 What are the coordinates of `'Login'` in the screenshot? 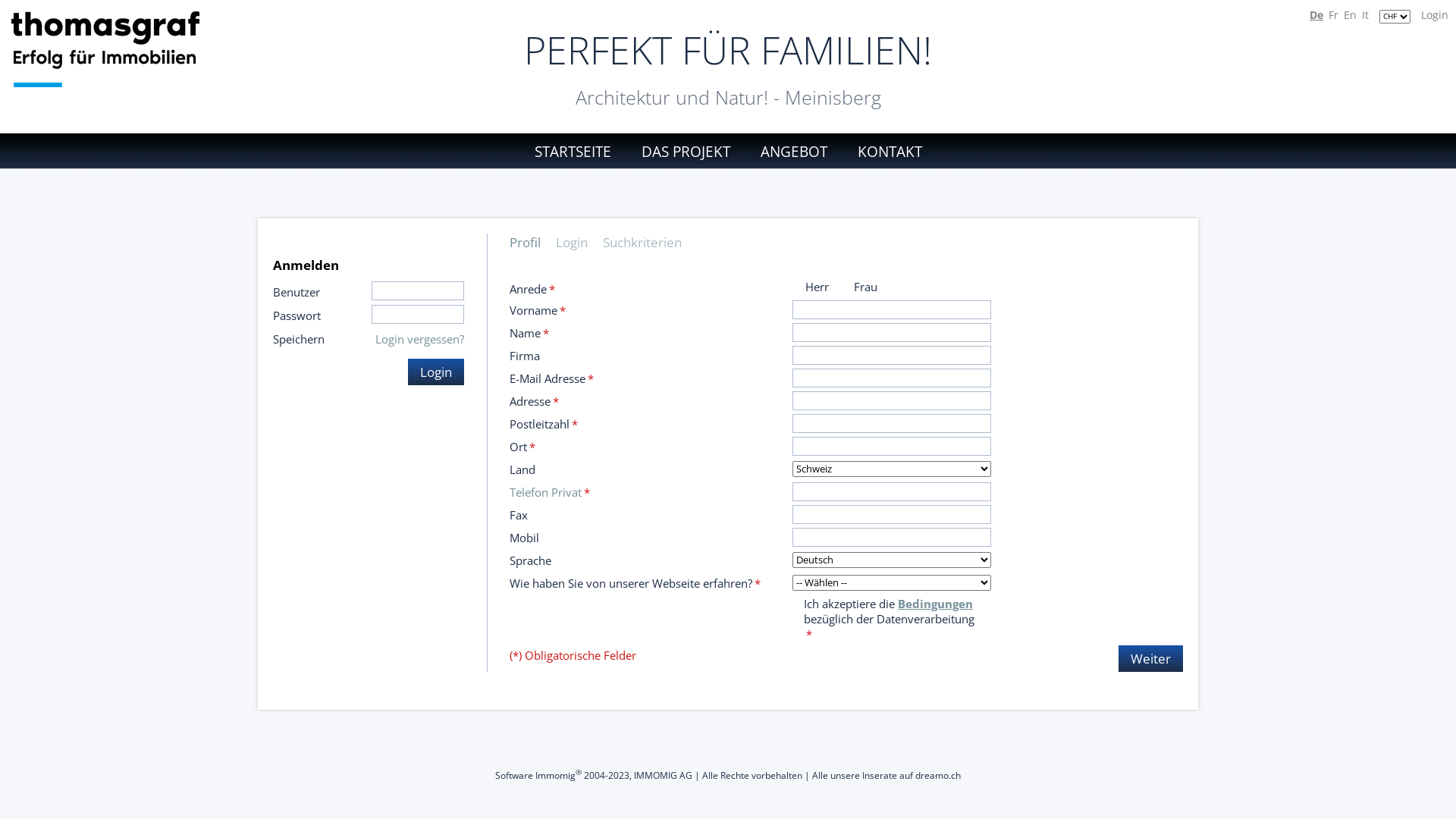 It's located at (578, 241).